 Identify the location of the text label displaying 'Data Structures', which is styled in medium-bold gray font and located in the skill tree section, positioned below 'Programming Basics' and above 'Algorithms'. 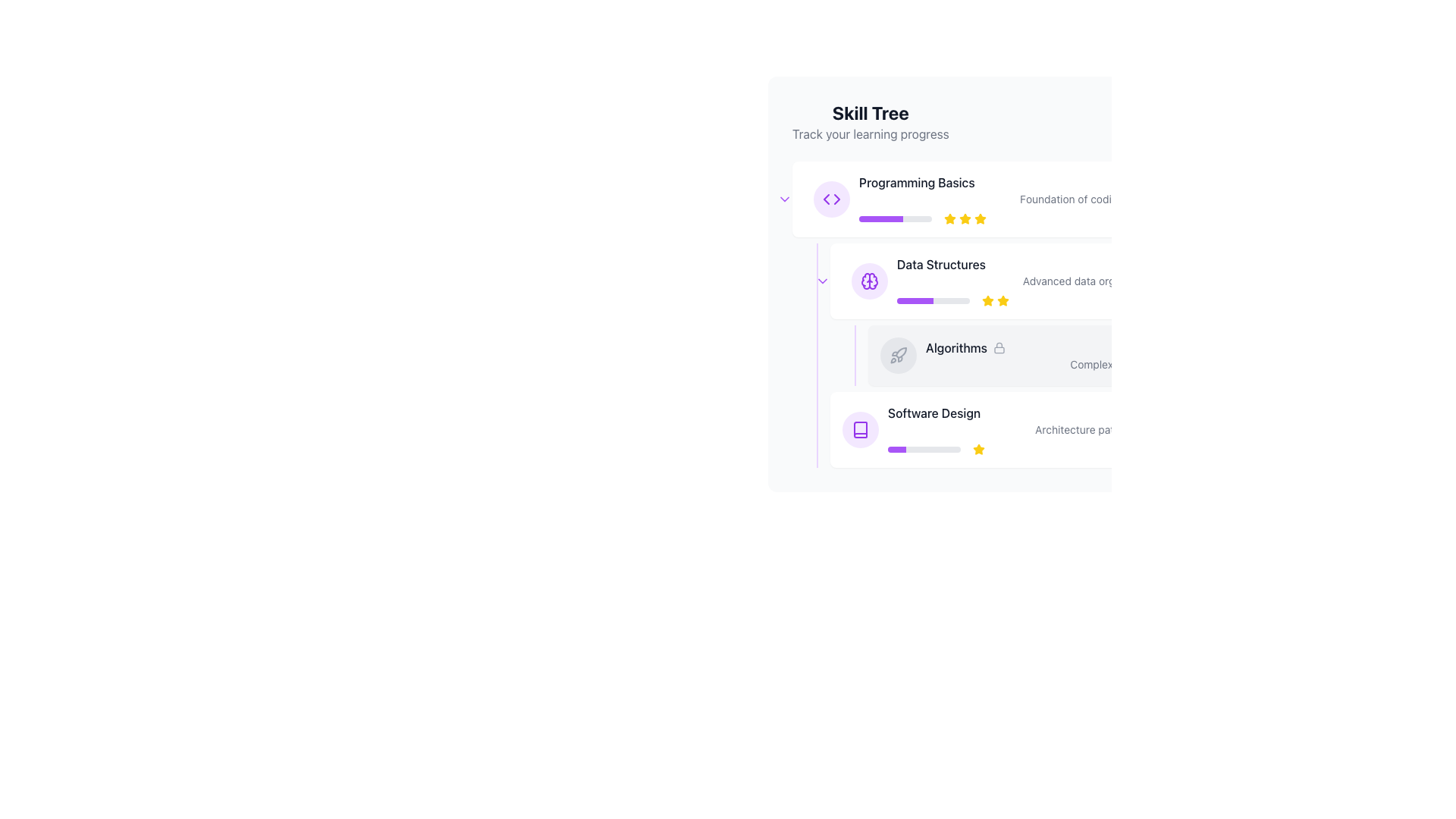
(940, 263).